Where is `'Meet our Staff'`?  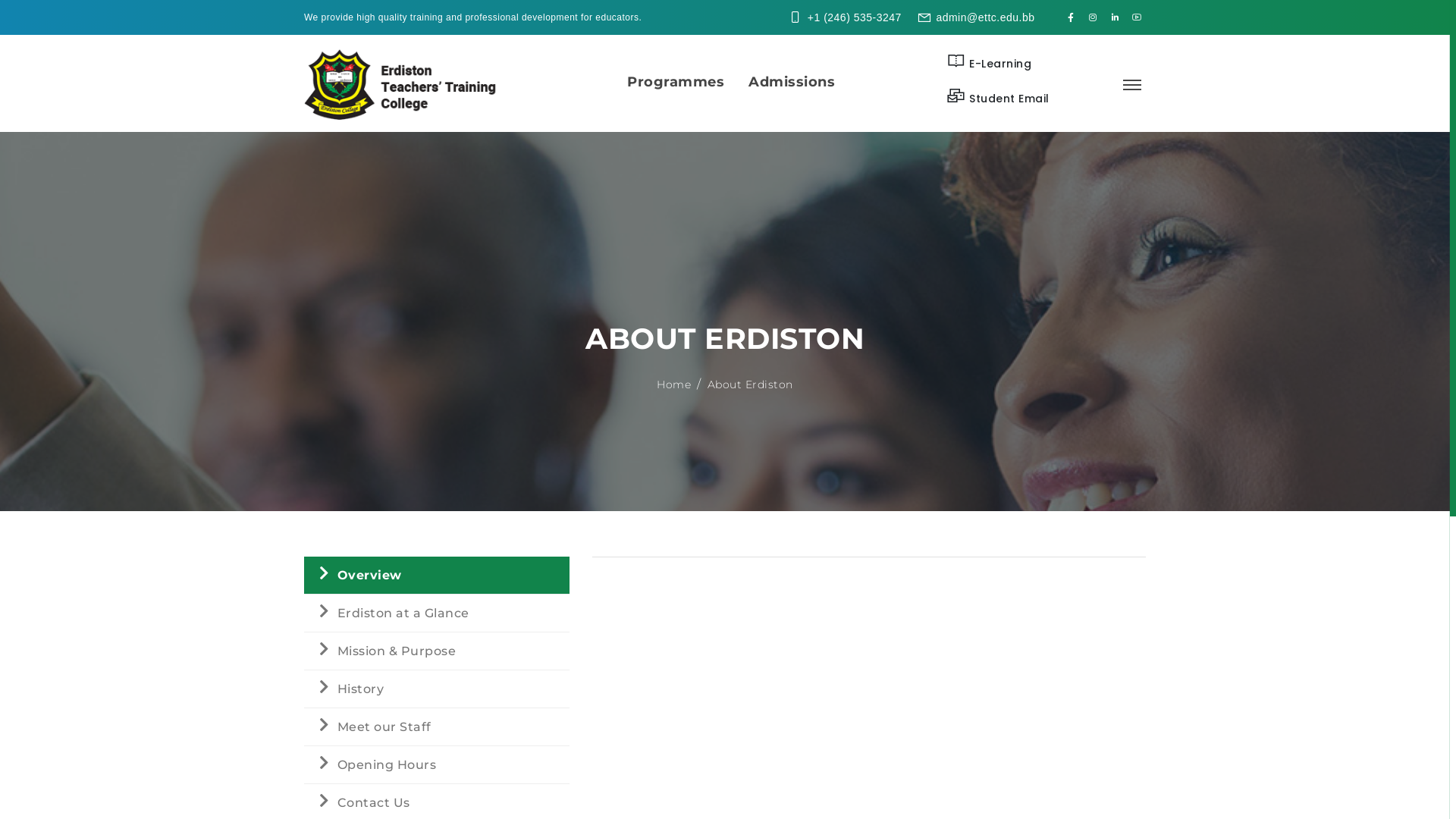 'Meet our Staff' is located at coordinates (436, 726).